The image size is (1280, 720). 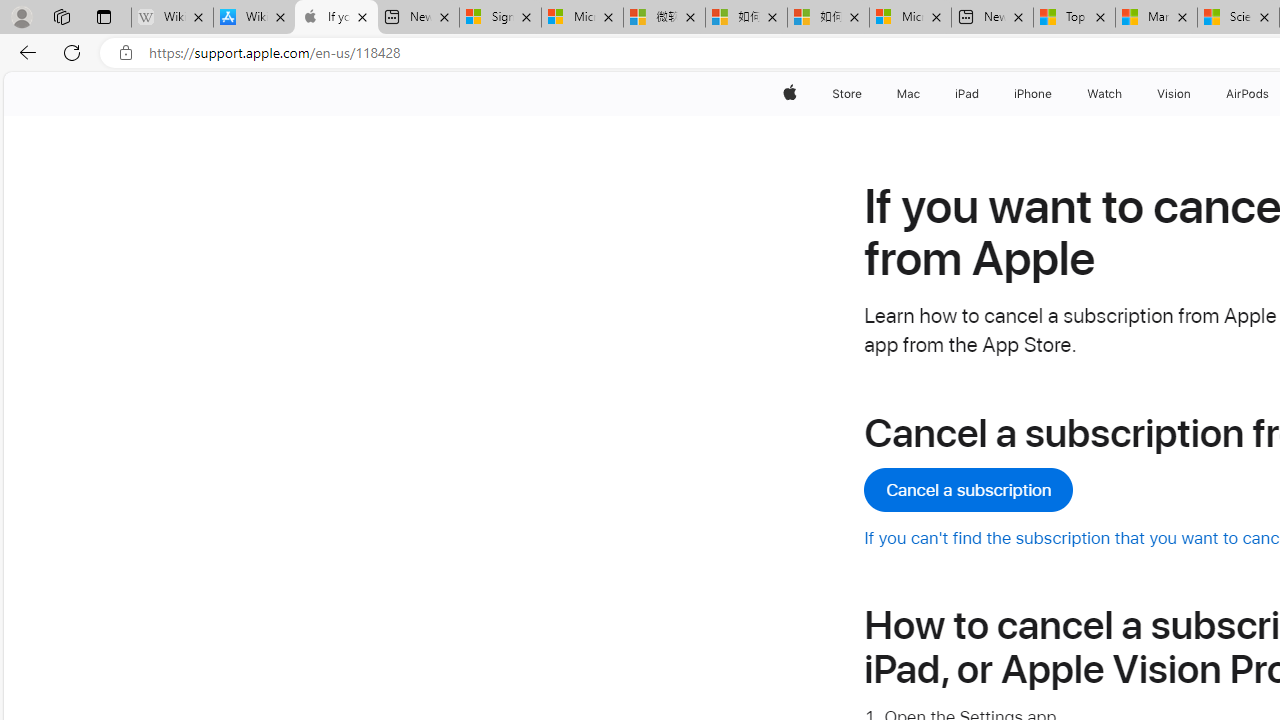 I want to click on 'Watch', so click(x=1104, y=93).